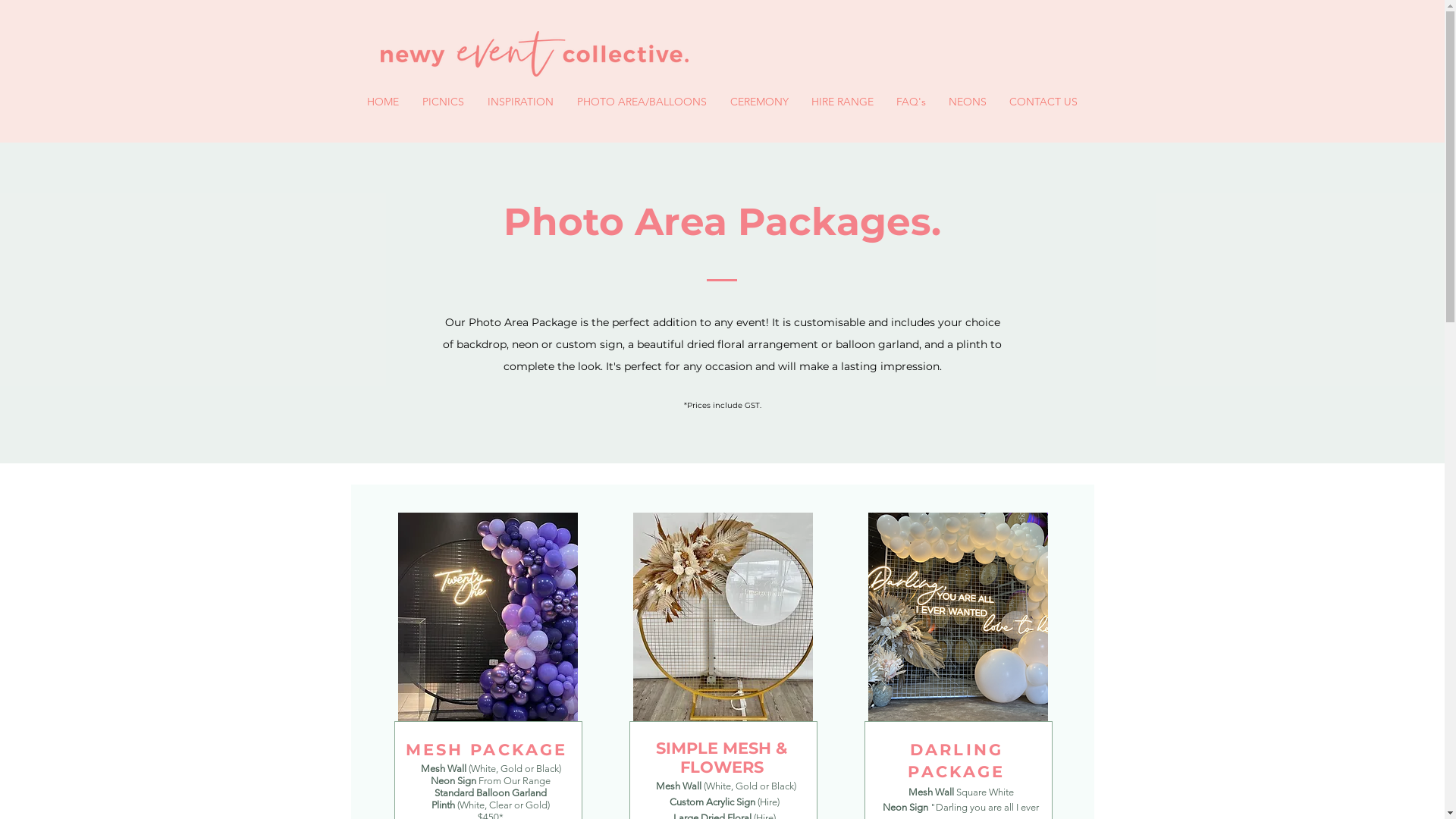  What do you see at coordinates (1043, 102) in the screenshot?
I see `'CONTACT US'` at bounding box center [1043, 102].